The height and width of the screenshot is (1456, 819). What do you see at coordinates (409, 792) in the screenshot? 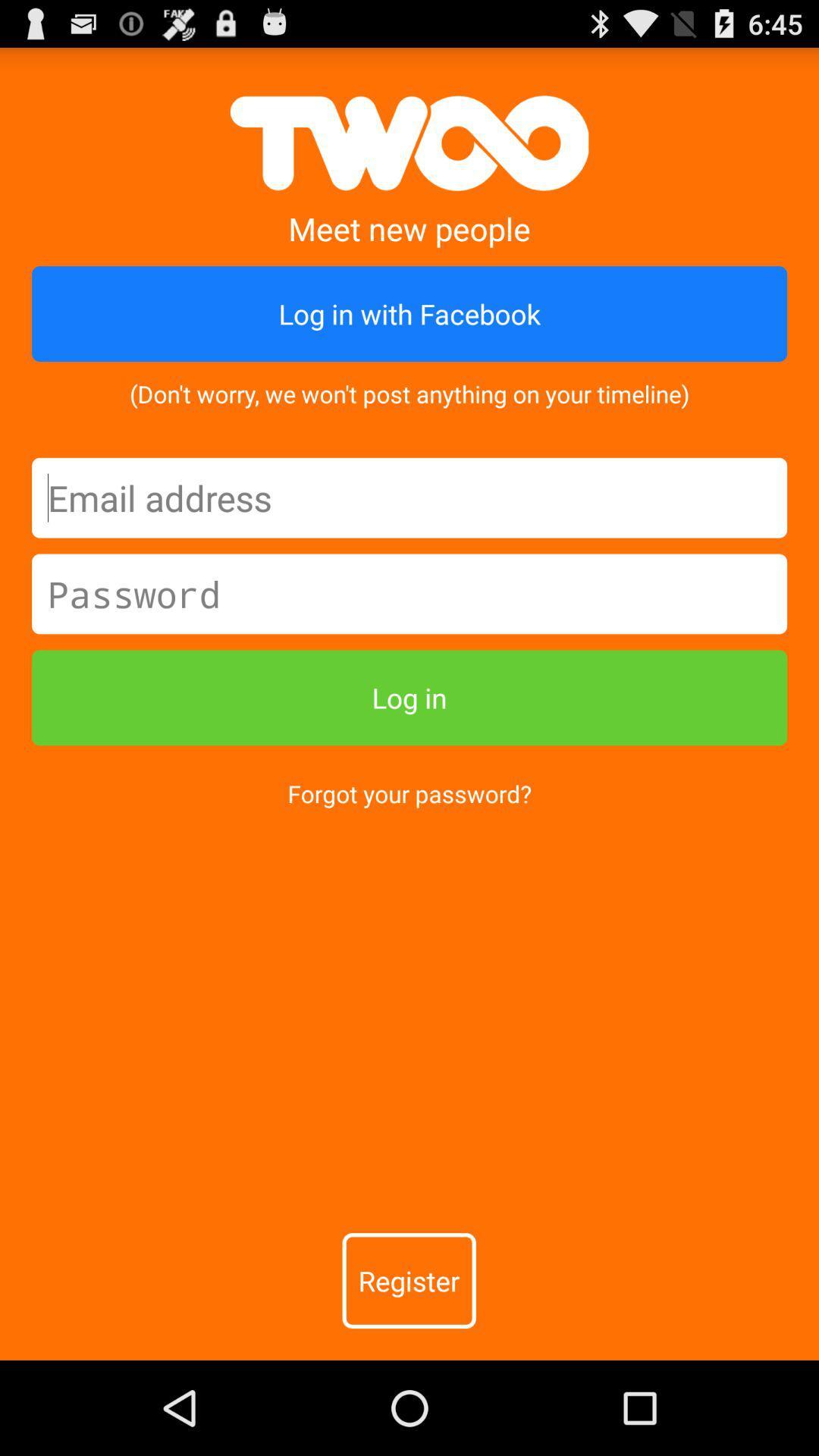
I see `the item below the log in` at bounding box center [409, 792].